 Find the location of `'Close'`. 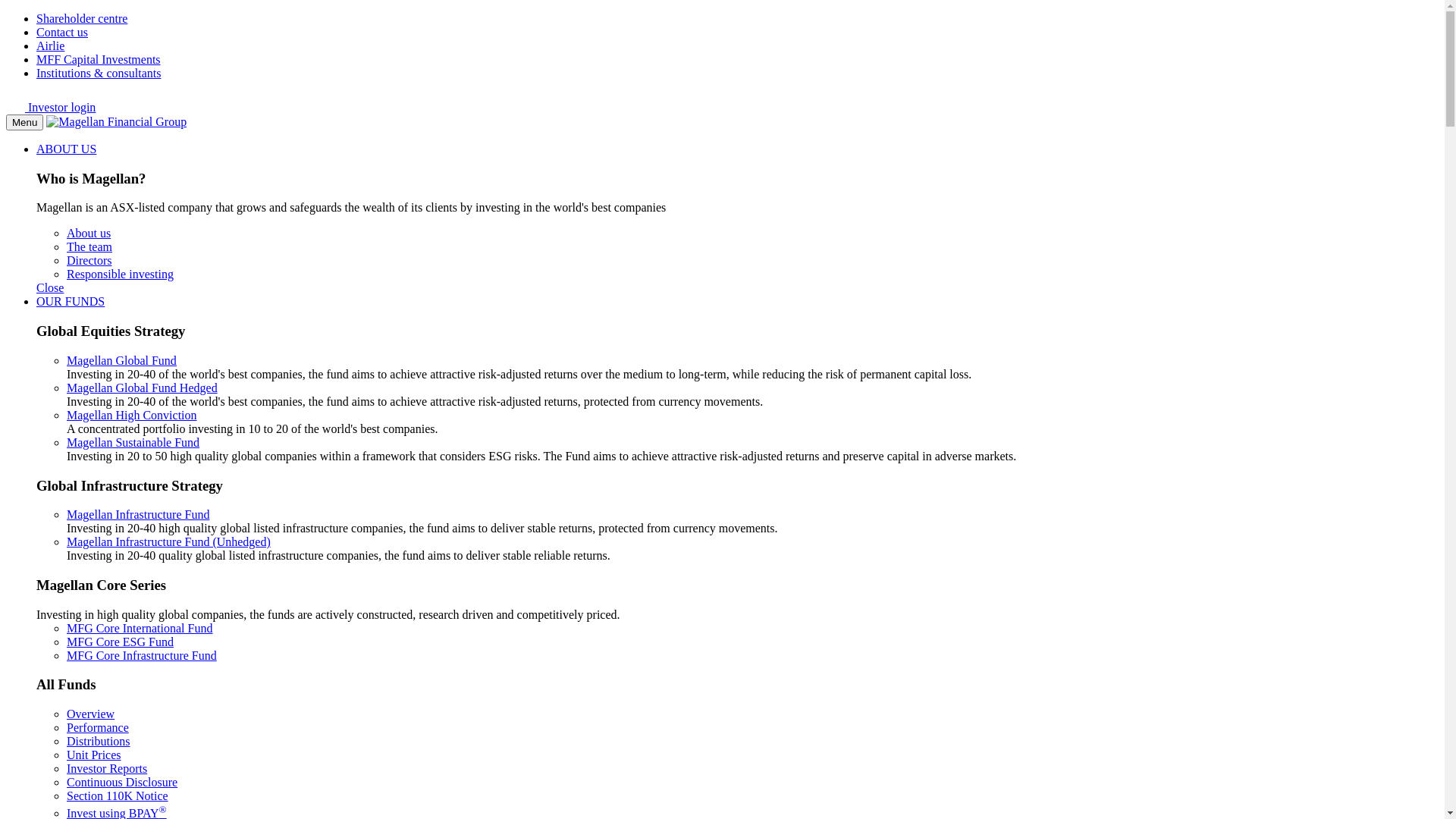

'Close' is located at coordinates (50, 287).